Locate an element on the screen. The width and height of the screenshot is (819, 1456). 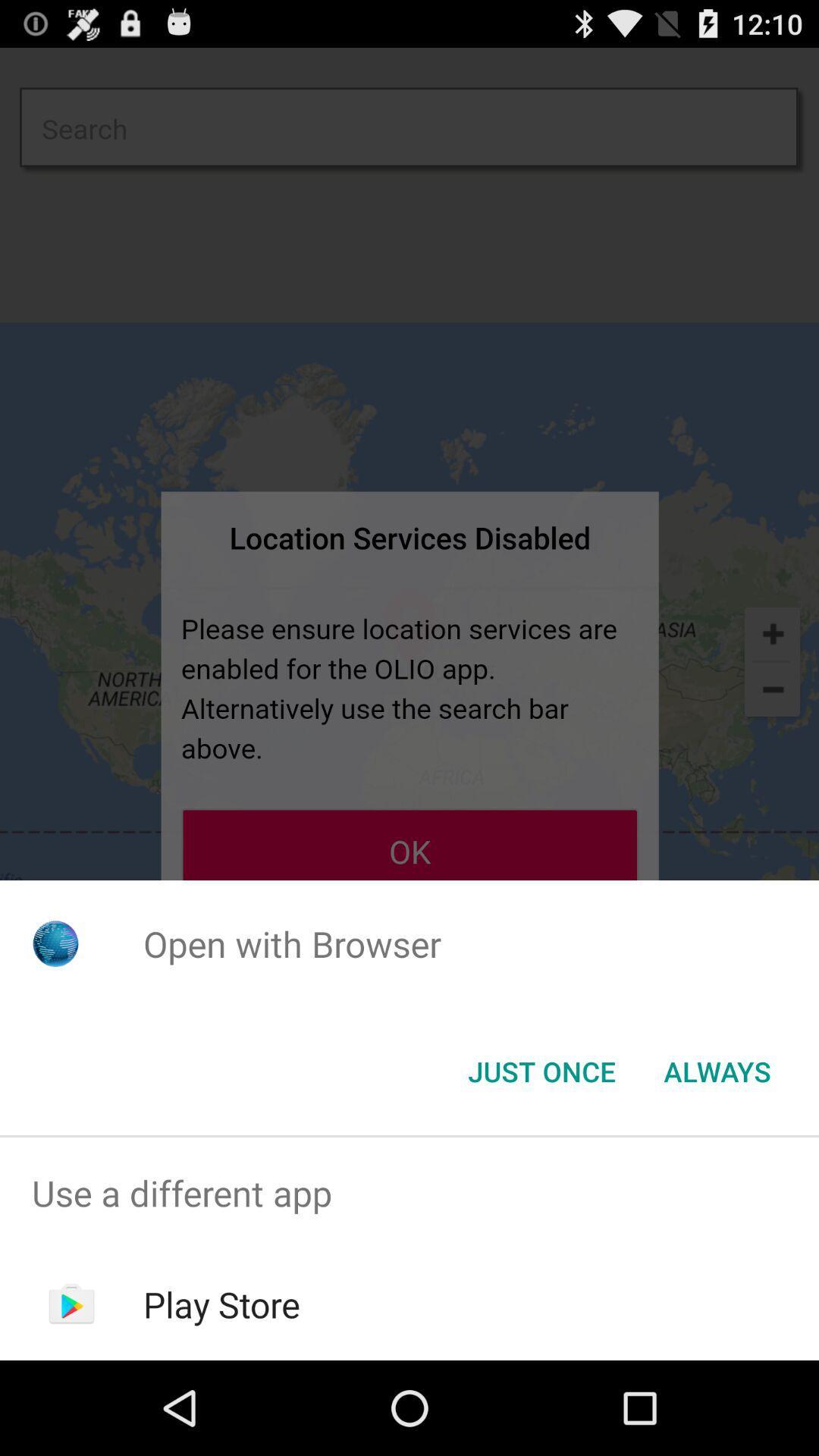
icon at the bottom right corner is located at coordinates (717, 1070).